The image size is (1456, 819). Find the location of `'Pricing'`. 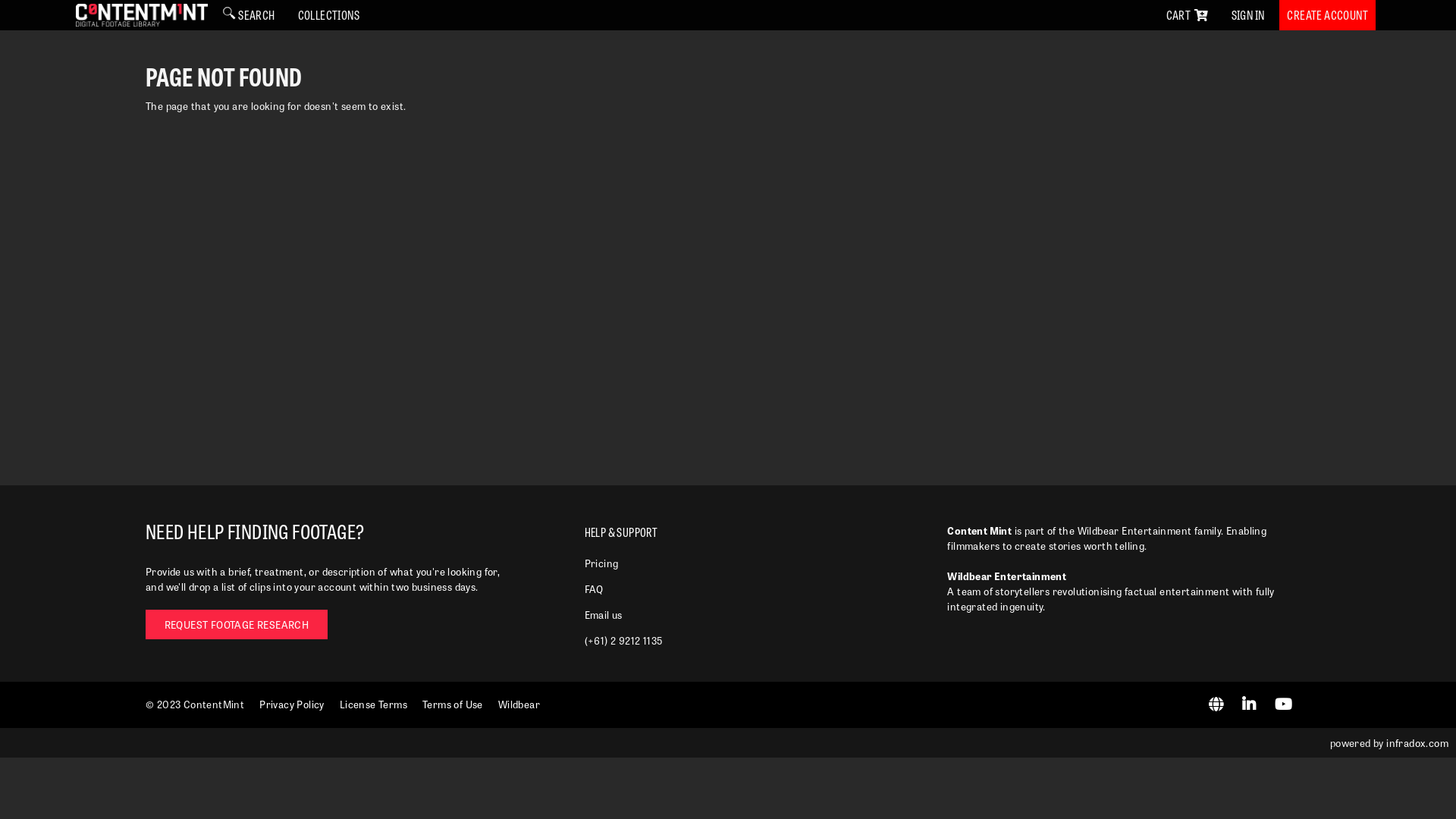

'Pricing' is located at coordinates (601, 563).